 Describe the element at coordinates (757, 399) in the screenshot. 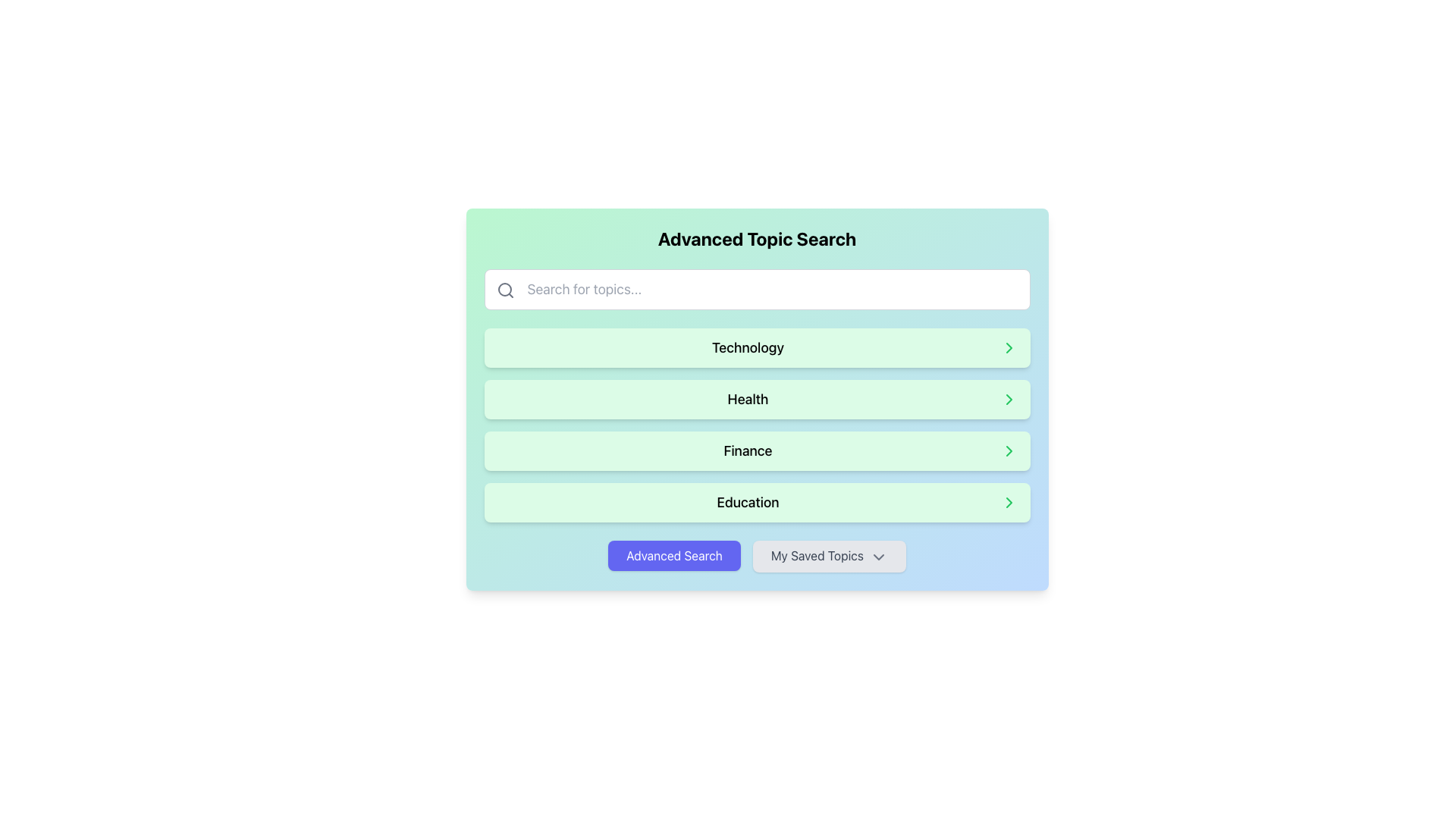

I see `the 'Health' button, which is a light green rectangular button with rounded corners, labeled 'Health' in bold font, positioned below the 'Technology' button and above the 'Finance' button` at that location.